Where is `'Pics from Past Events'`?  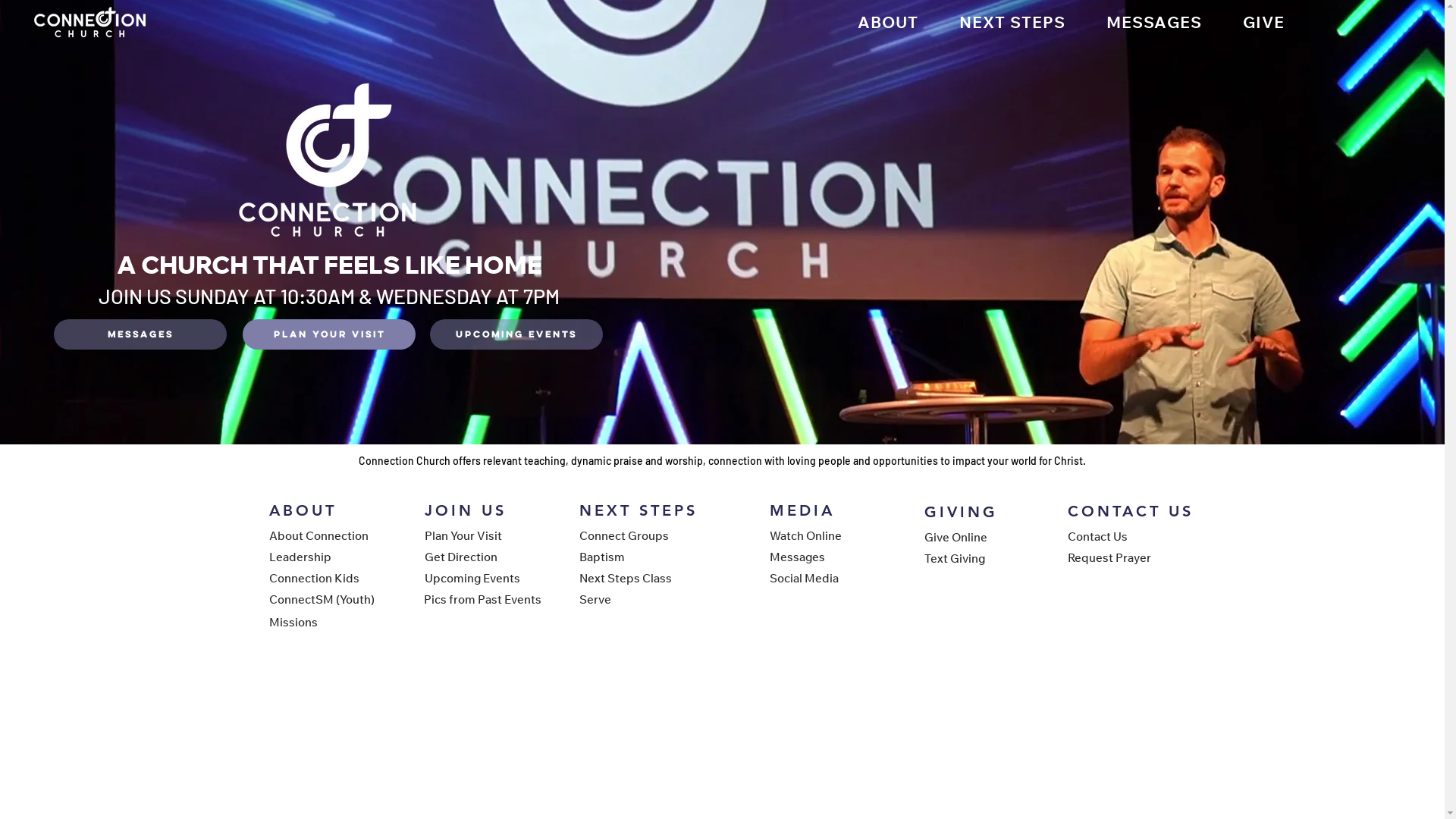
'Pics from Past Events' is located at coordinates (482, 598).